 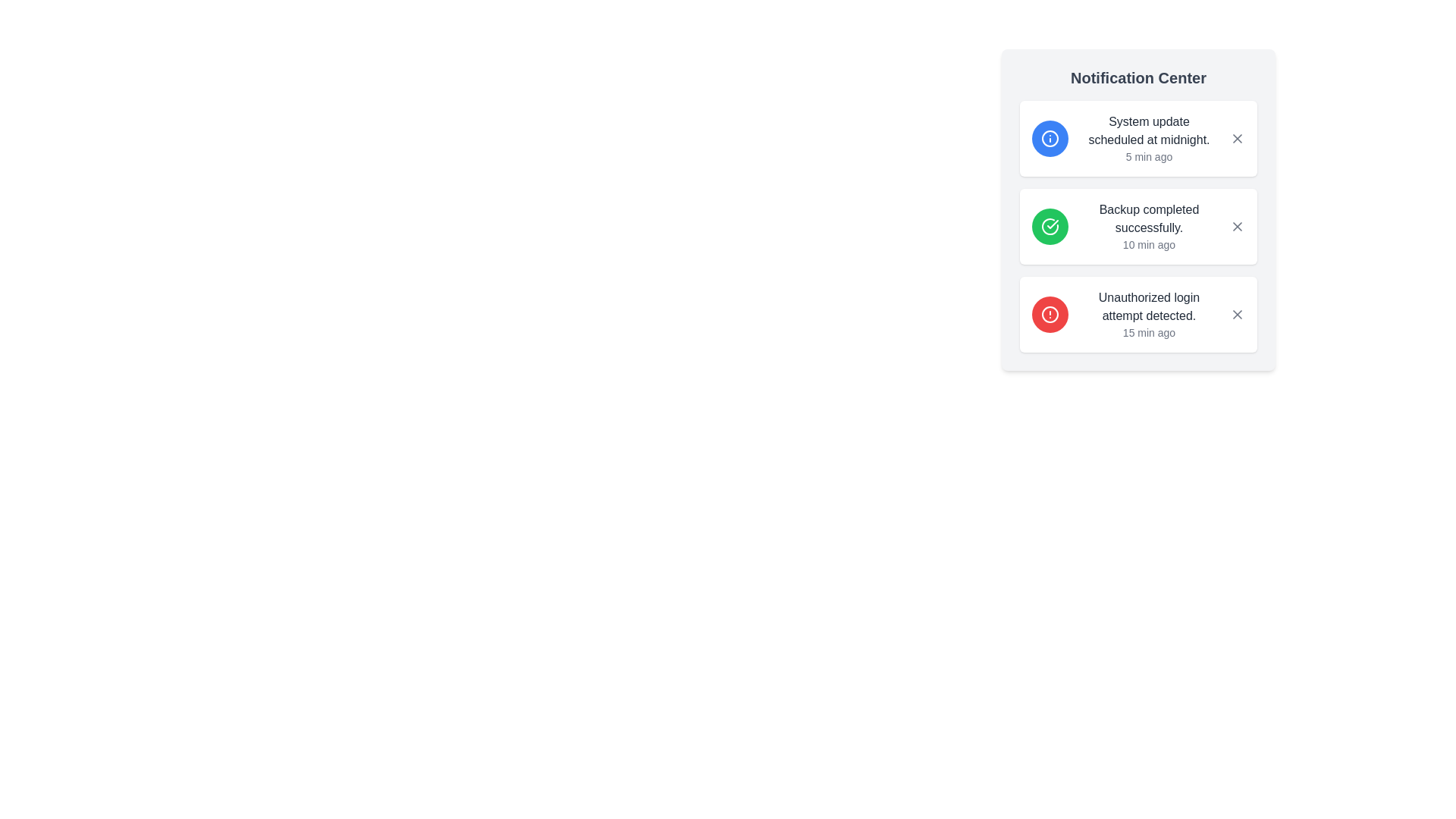 I want to click on the 'X' close icon in the second notification card within the Notification Center, so click(x=1238, y=227).